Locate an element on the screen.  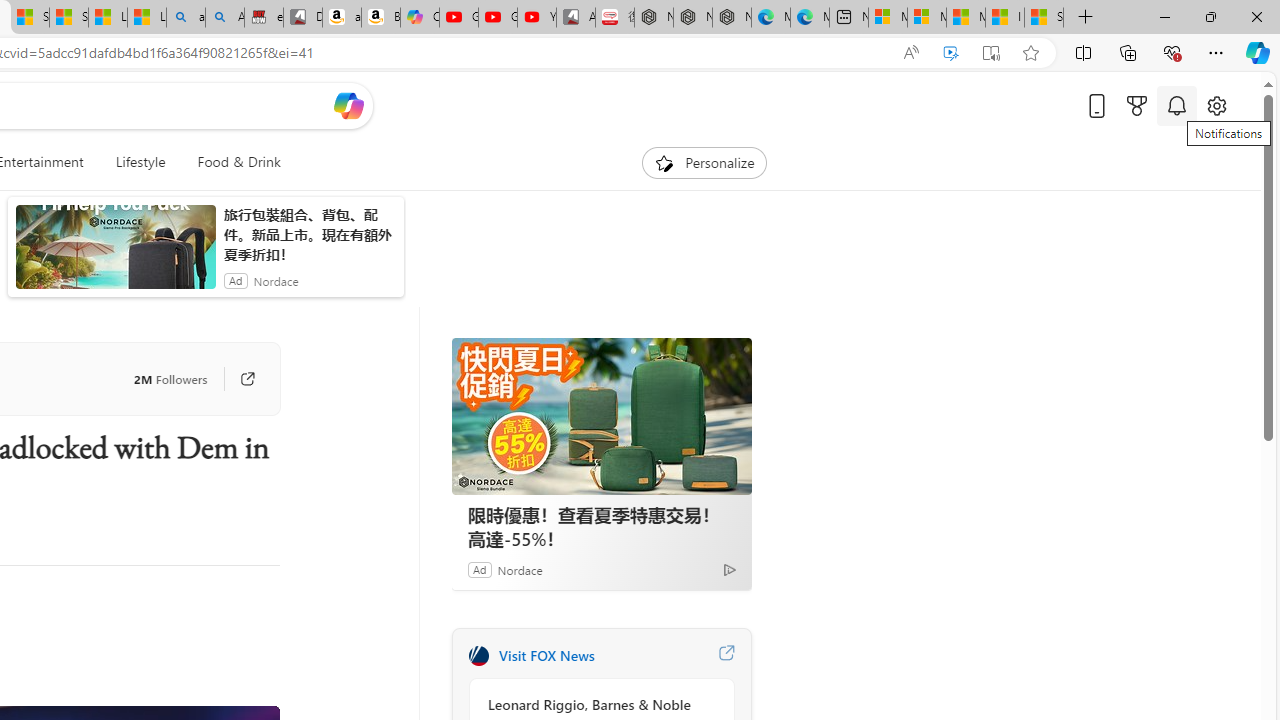
'Visit FOX News website' is located at coordinates (725, 655).